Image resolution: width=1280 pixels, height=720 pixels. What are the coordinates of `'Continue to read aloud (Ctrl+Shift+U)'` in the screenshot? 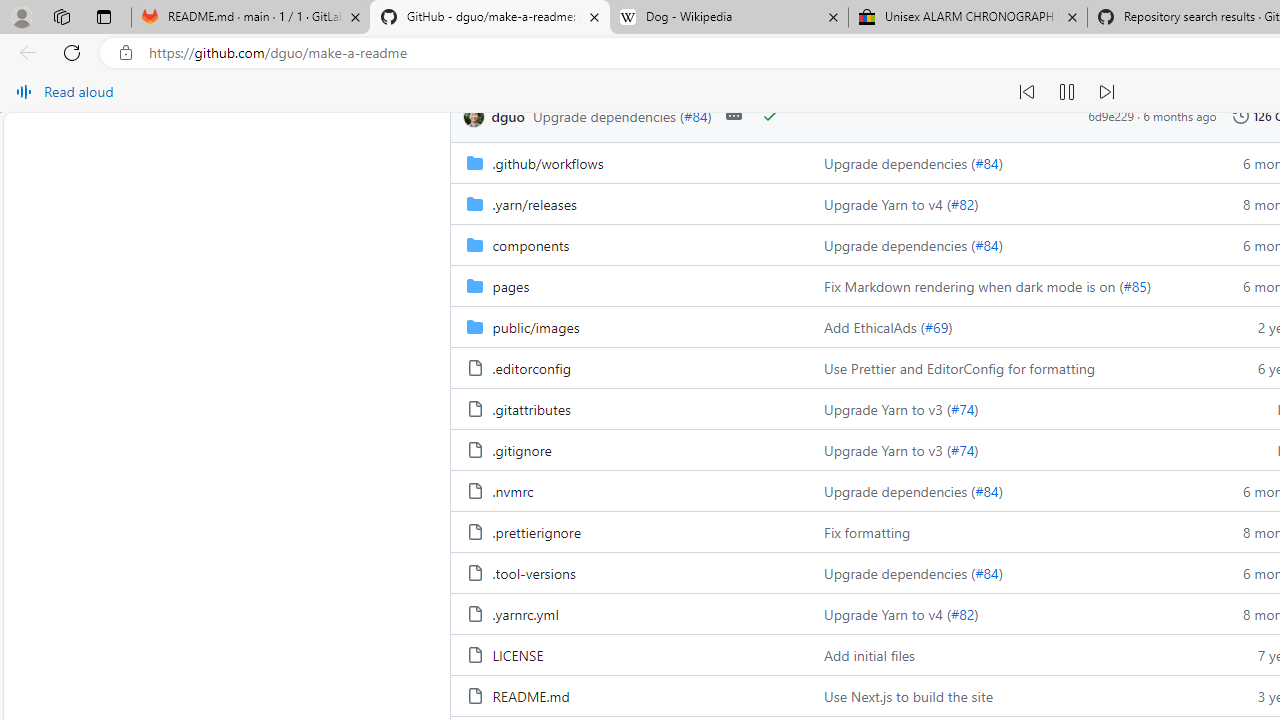 It's located at (1065, 92).